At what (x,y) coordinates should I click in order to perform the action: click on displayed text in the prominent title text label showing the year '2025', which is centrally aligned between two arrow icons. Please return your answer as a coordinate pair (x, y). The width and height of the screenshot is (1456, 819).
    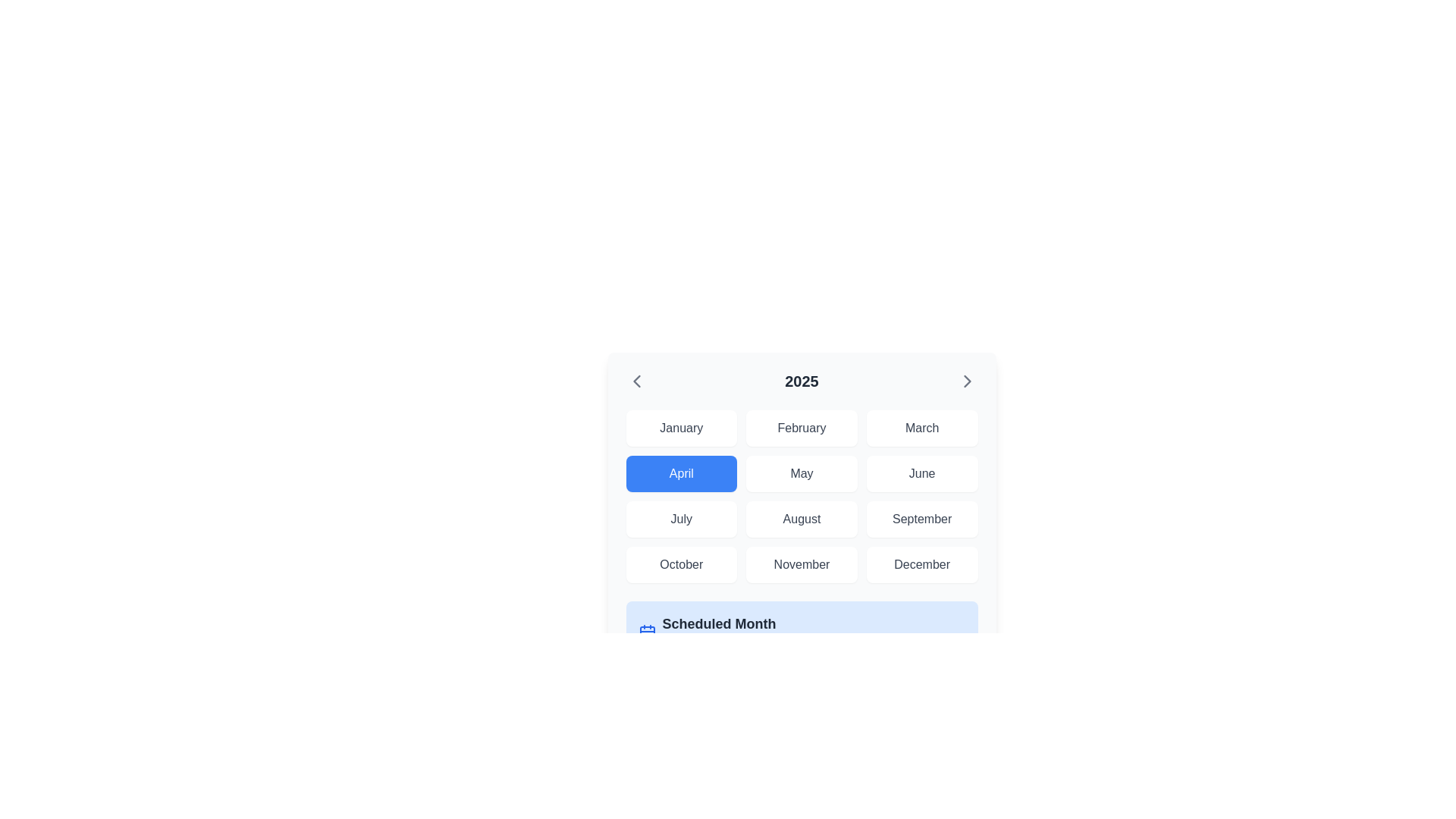
    Looking at the image, I should click on (801, 380).